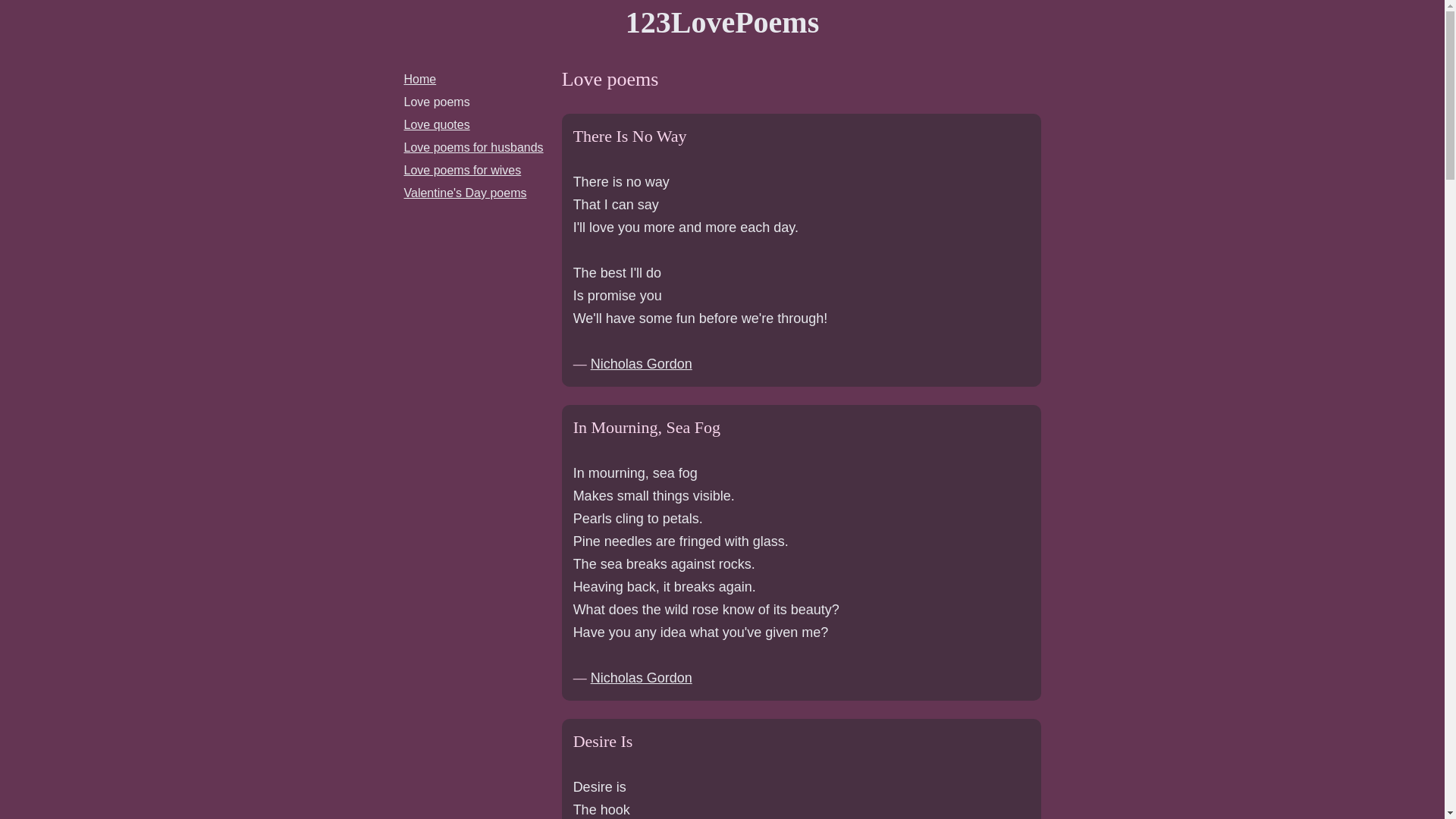  Describe the element at coordinates (419, 79) in the screenshot. I see `'Home'` at that location.